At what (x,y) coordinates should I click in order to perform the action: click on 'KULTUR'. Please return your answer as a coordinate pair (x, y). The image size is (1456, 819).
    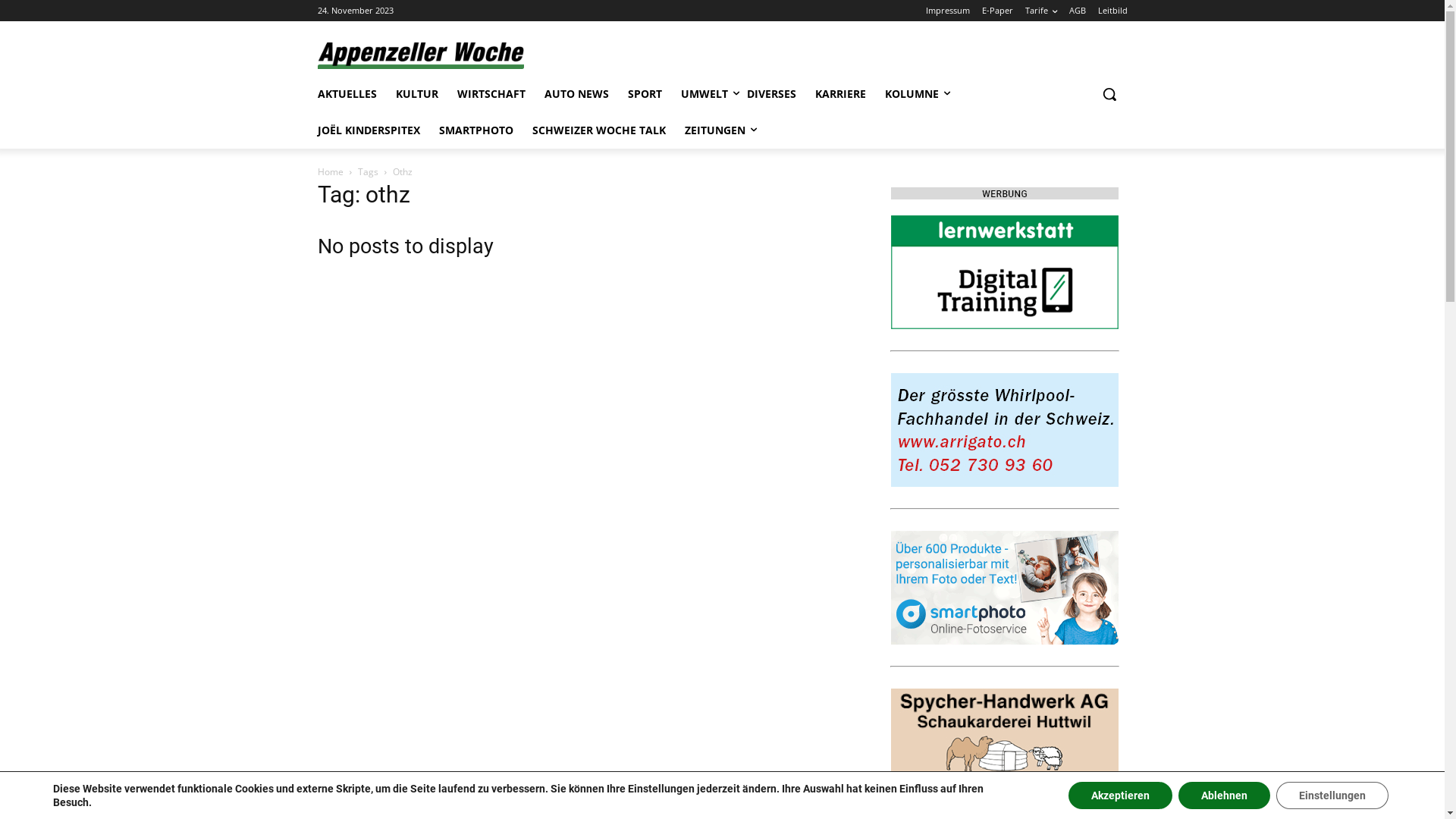
    Looking at the image, I should click on (417, 93).